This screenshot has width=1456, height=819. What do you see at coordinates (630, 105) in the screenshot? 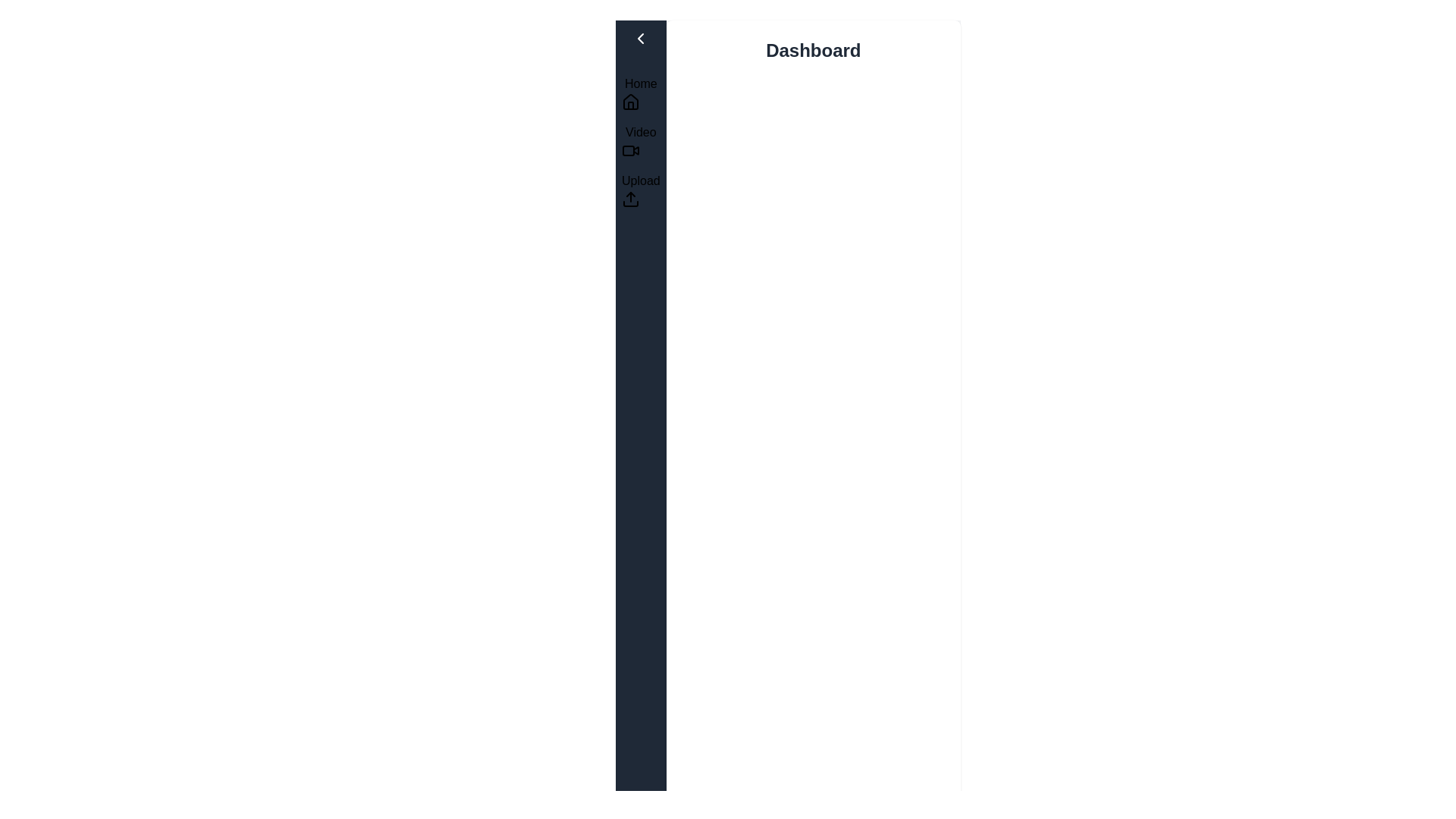
I see `the 'Home' icon segment located in the left navigation bar, which indicates the dashboard or main page option` at bounding box center [630, 105].